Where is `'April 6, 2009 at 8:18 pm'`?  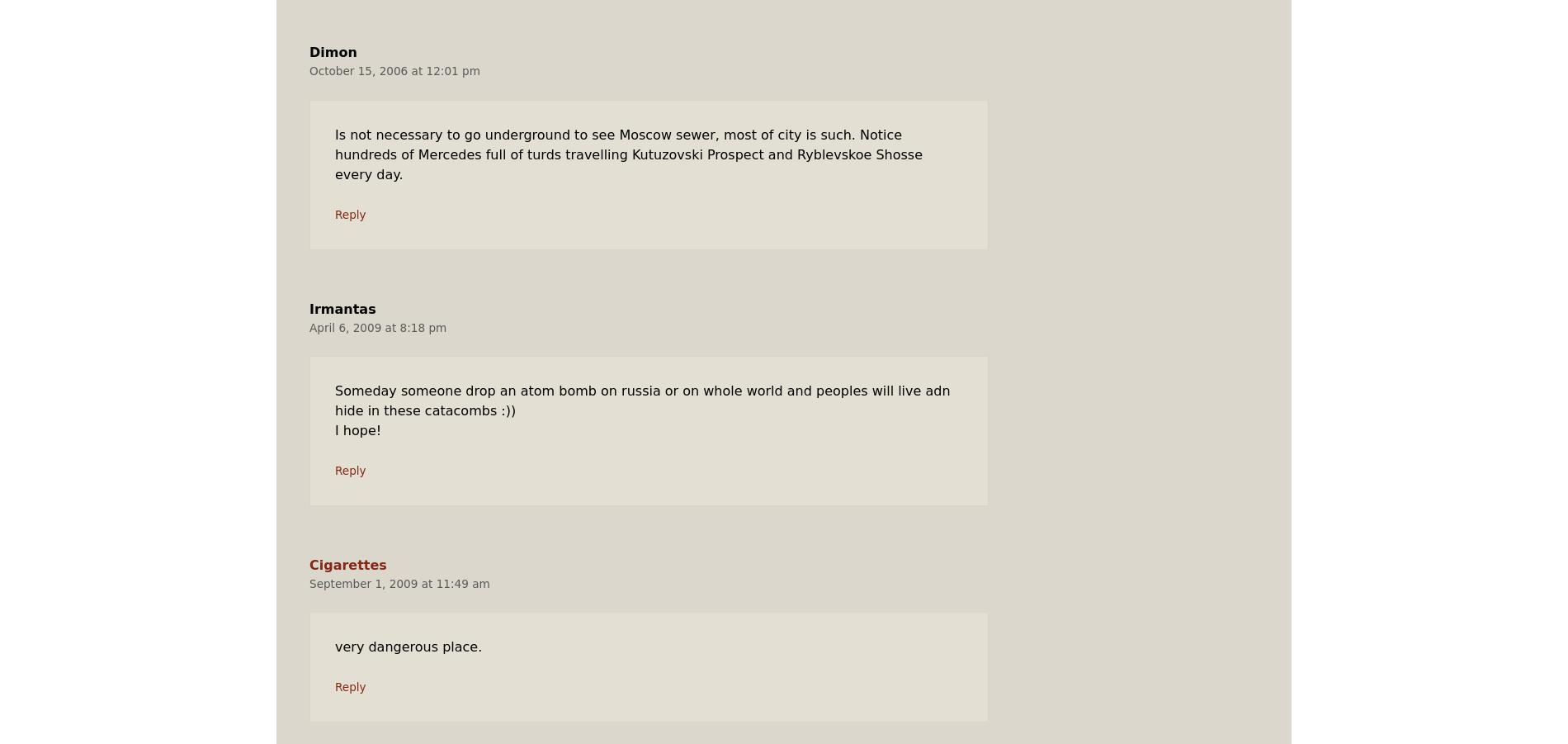 'April 6, 2009 at 8:18 pm' is located at coordinates (377, 325).